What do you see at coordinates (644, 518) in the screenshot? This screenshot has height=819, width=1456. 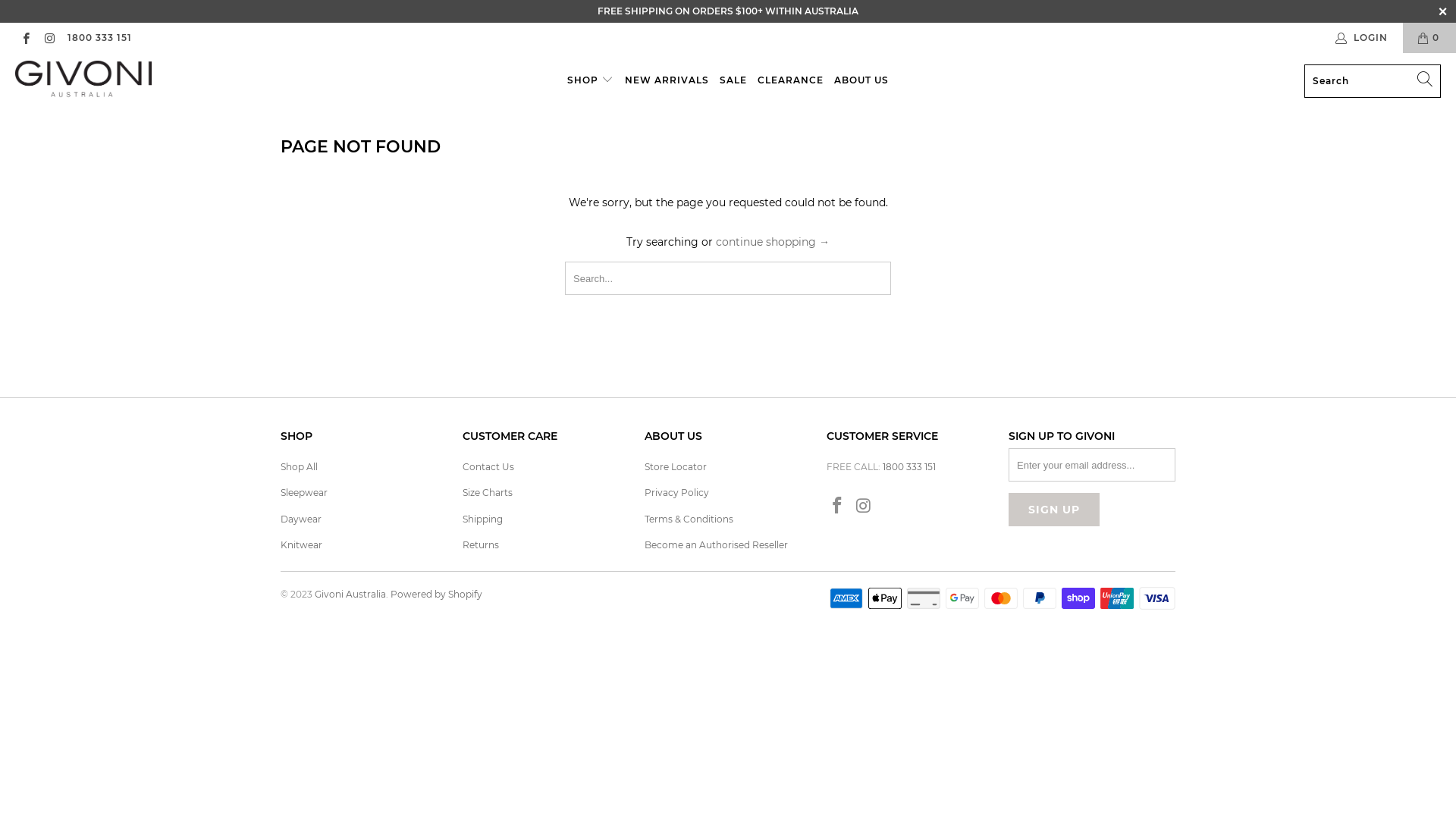 I see `'Terms & Conditions'` at bounding box center [644, 518].